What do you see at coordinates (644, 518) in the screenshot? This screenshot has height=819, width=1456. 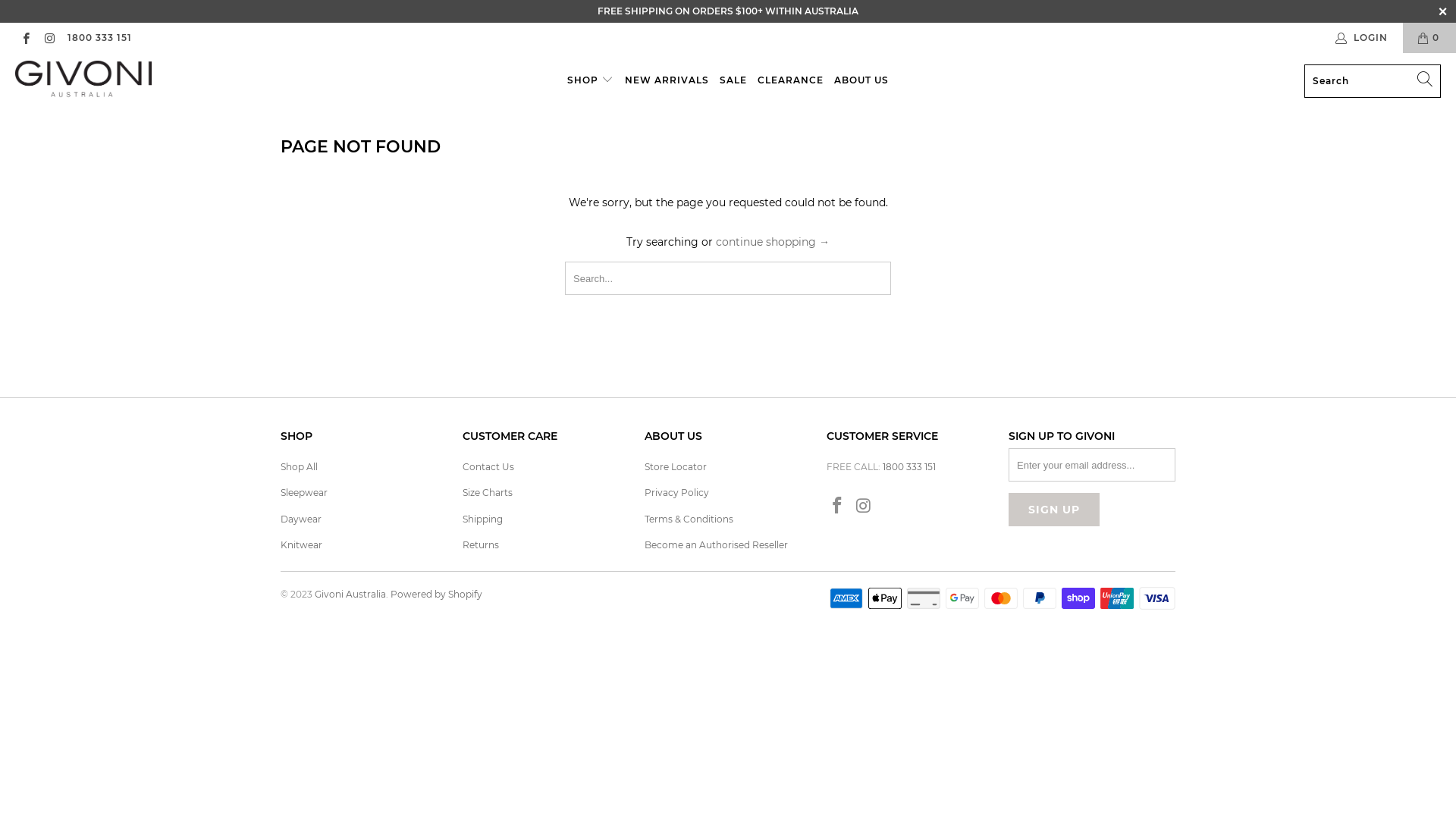 I see `'Terms & Conditions'` at bounding box center [644, 518].